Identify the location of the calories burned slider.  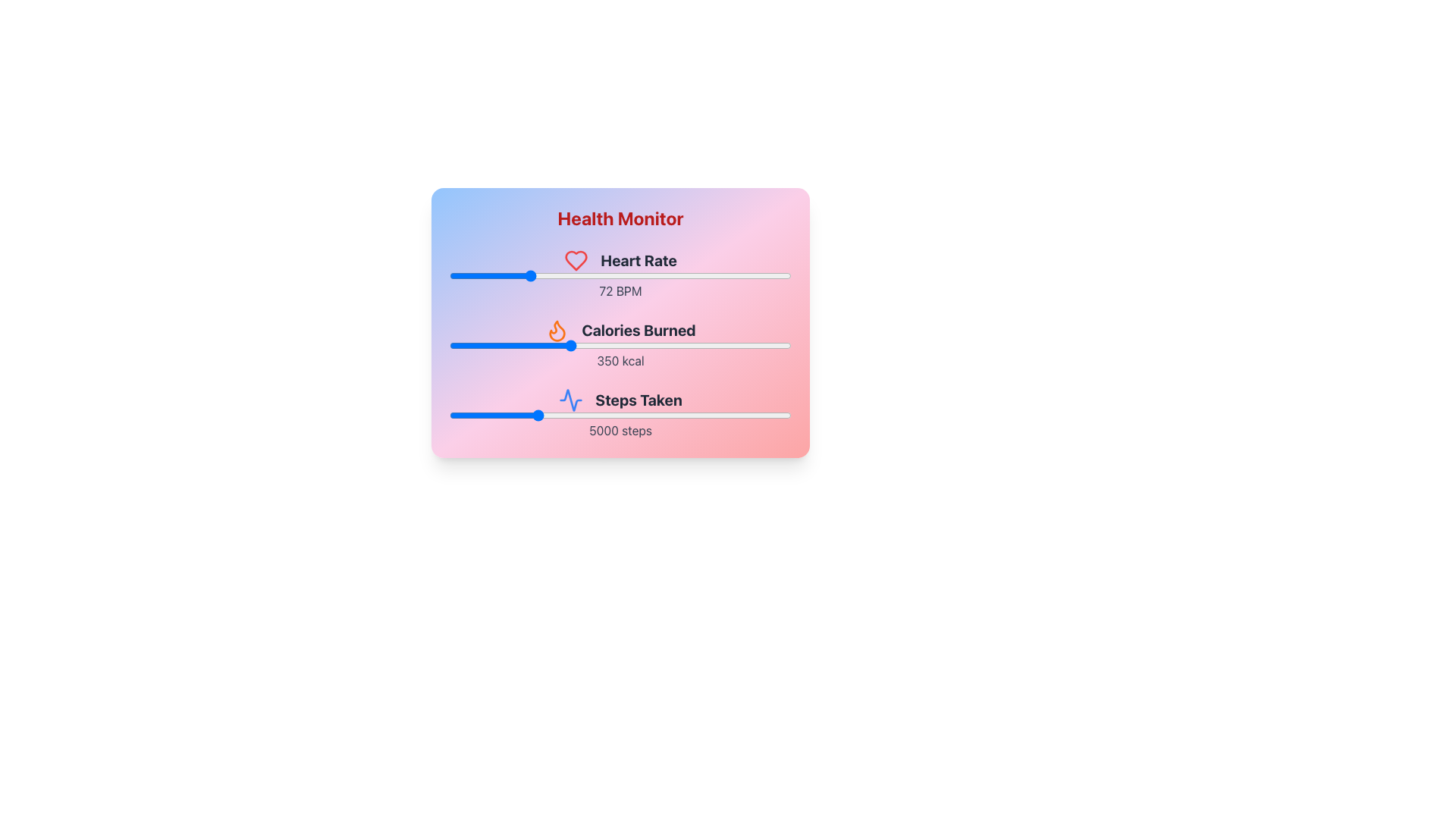
(724, 345).